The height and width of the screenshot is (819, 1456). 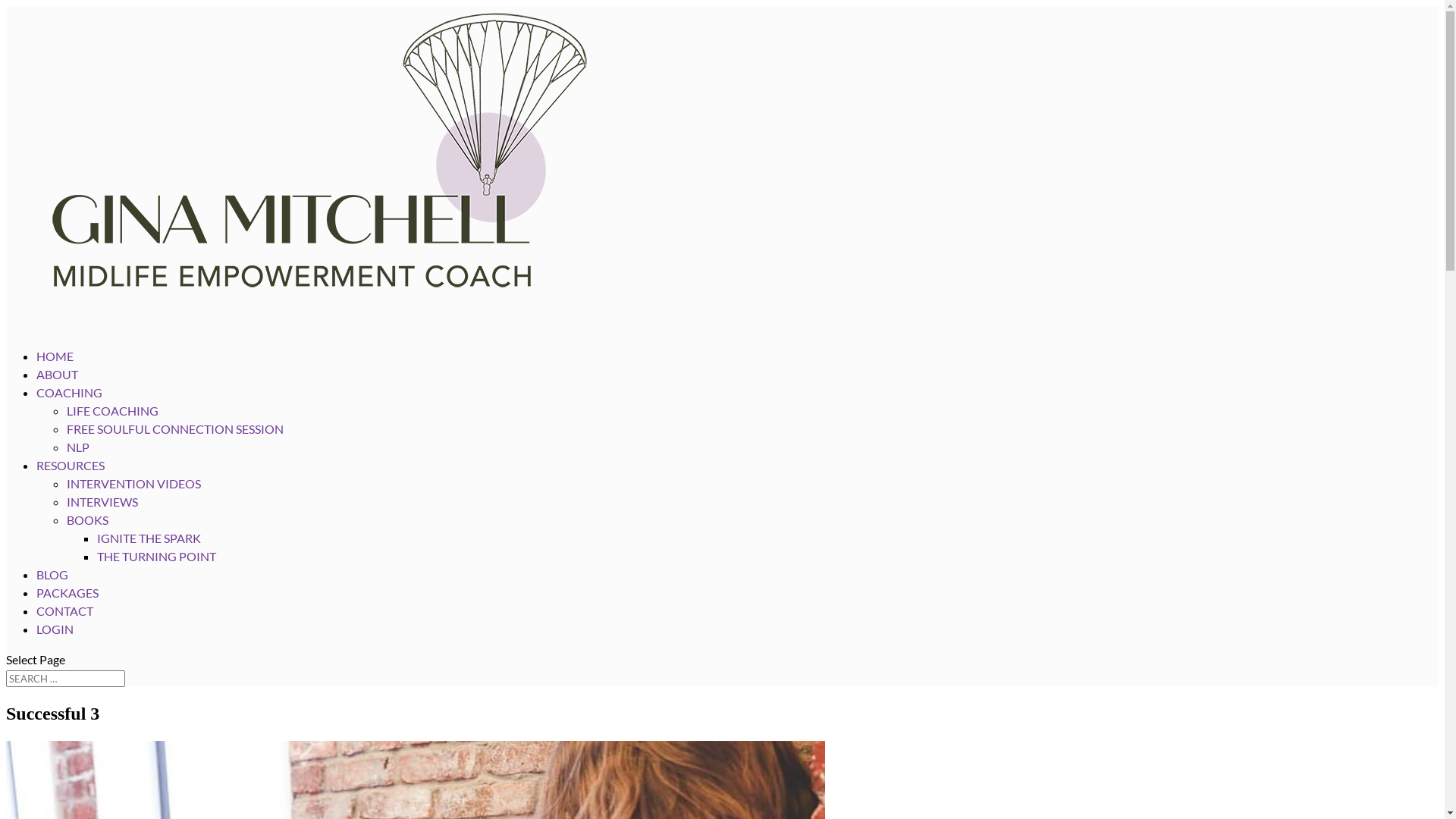 What do you see at coordinates (55, 646) in the screenshot?
I see `'LOGIN'` at bounding box center [55, 646].